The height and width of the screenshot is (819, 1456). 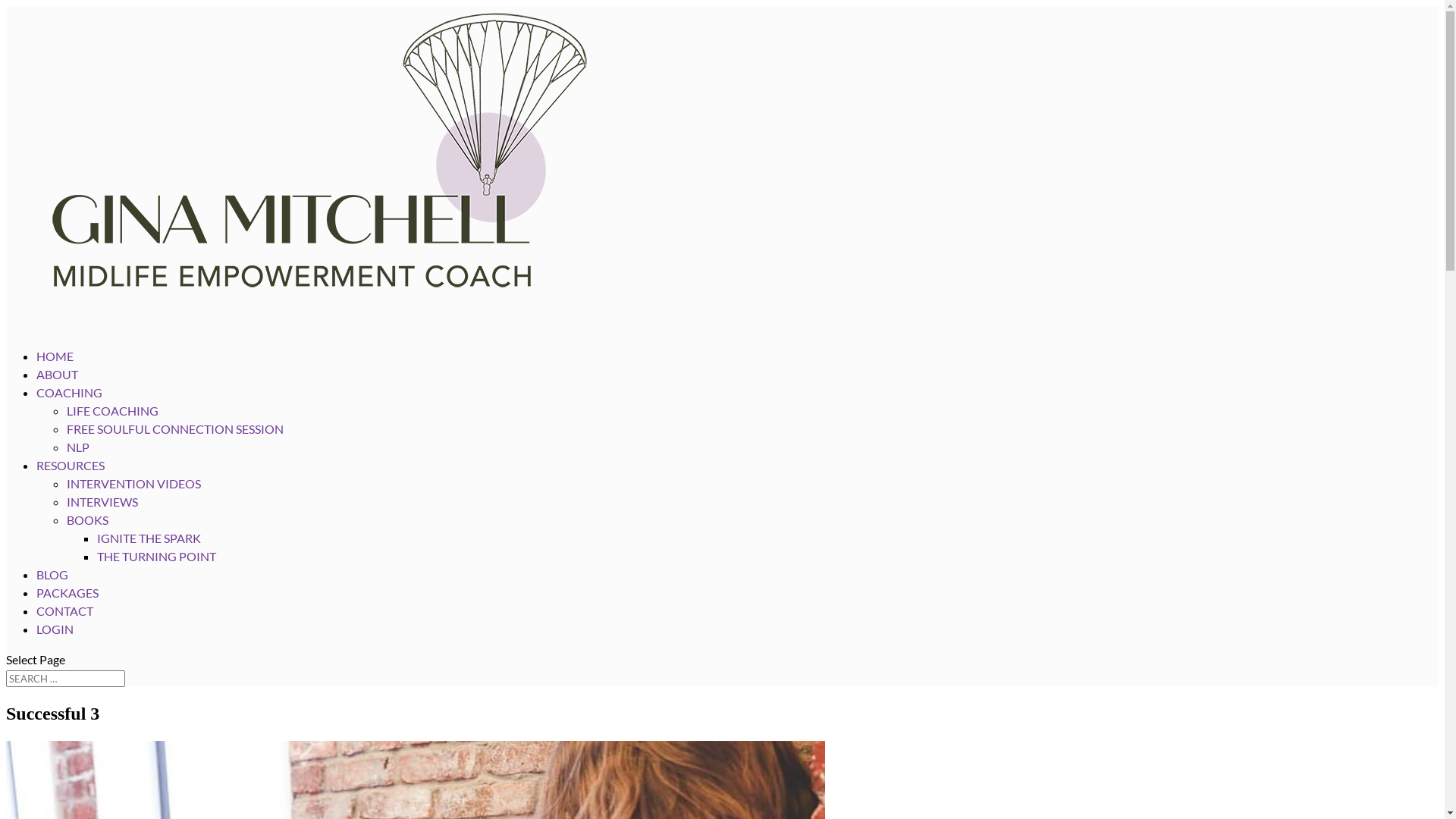 What do you see at coordinates (55, 646) in the screenshot?
I see `'LOGIN'` at bounding box center [55, 646].